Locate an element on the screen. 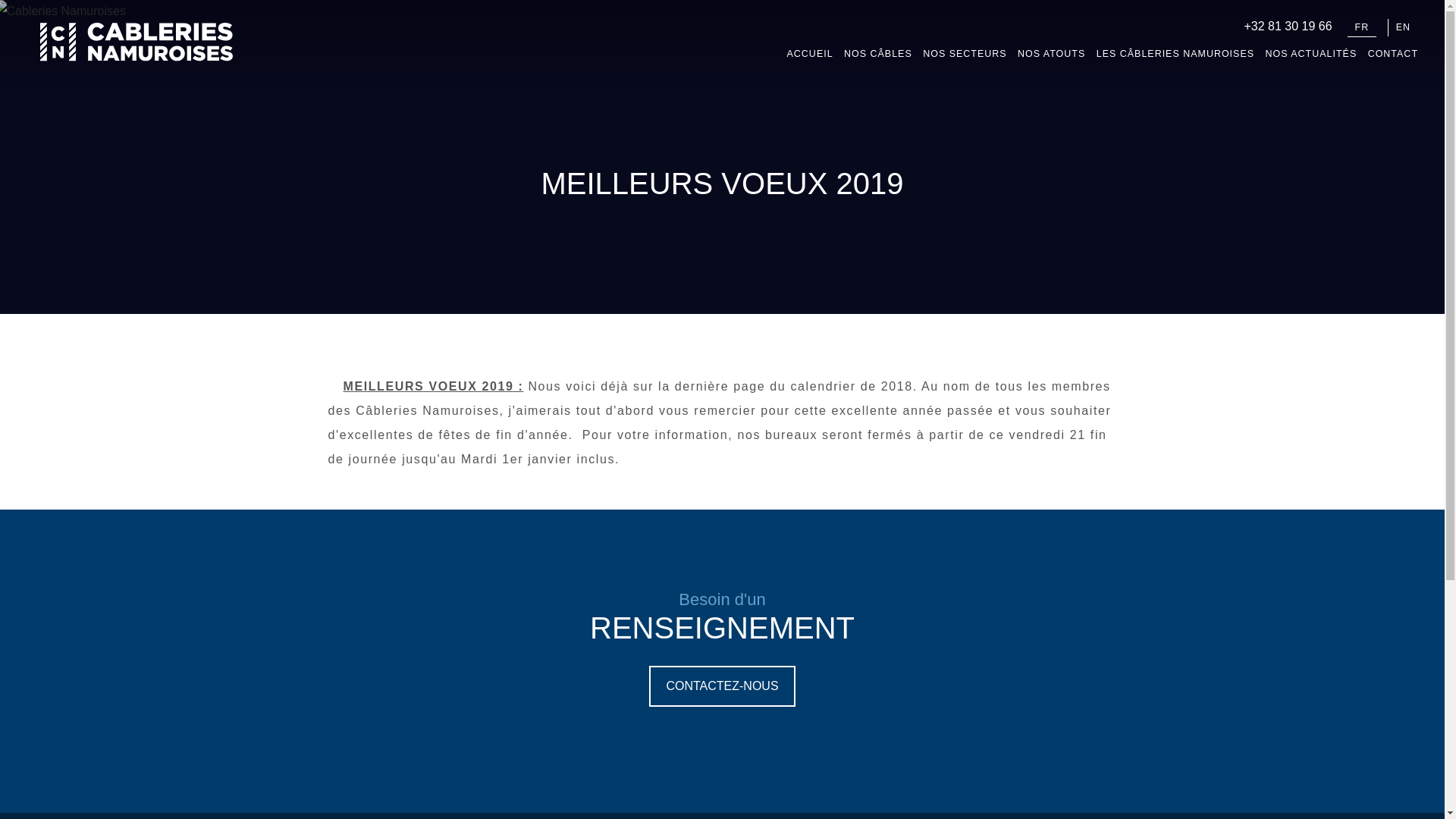  'FR' is located at coordinates (1362, 28).